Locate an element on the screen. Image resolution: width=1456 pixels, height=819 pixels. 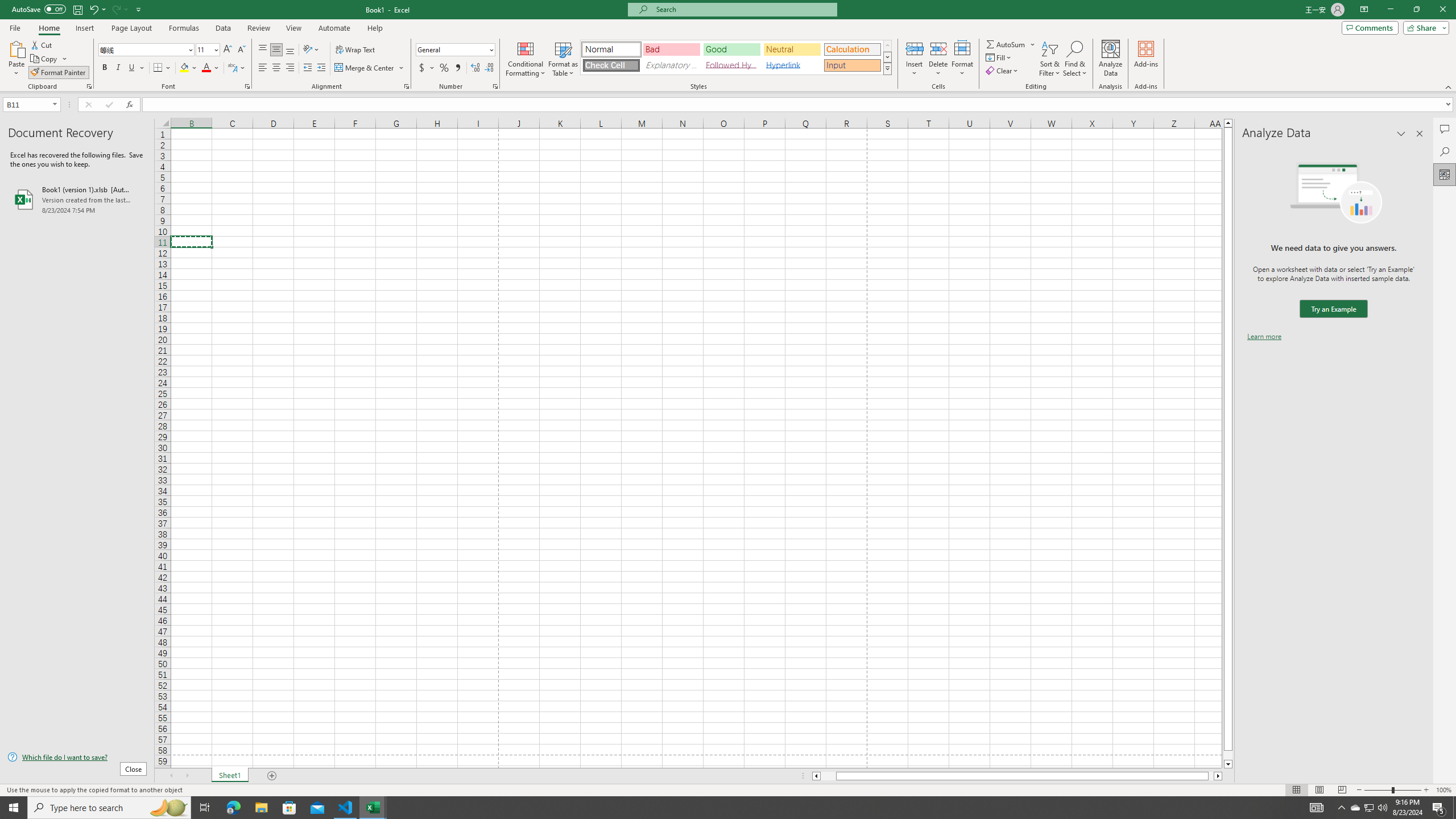
'Page left' is located at coordinates (828, 775).